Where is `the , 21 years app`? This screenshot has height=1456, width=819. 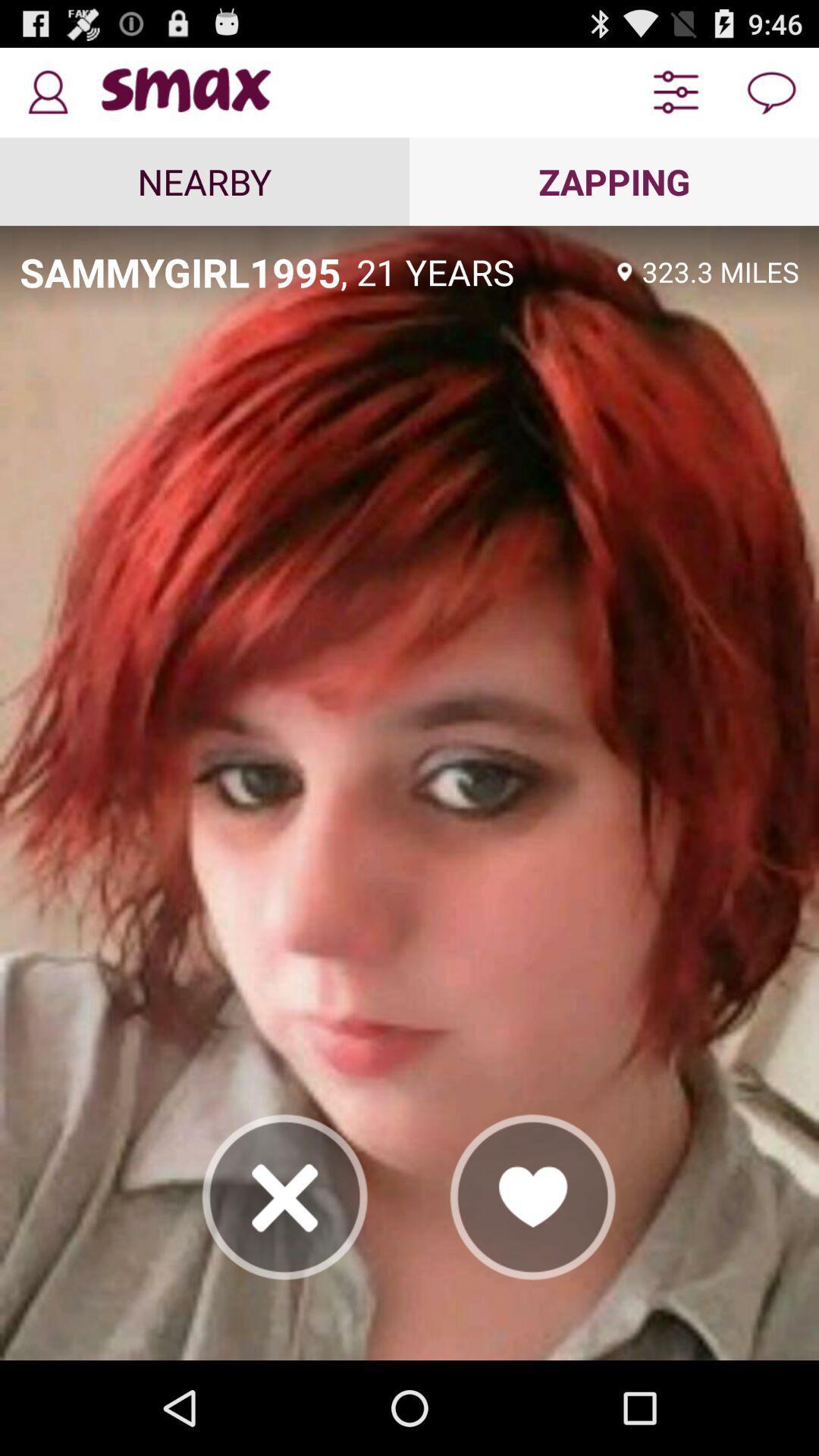
the , 21 years app is located at coordinates (473, 271).